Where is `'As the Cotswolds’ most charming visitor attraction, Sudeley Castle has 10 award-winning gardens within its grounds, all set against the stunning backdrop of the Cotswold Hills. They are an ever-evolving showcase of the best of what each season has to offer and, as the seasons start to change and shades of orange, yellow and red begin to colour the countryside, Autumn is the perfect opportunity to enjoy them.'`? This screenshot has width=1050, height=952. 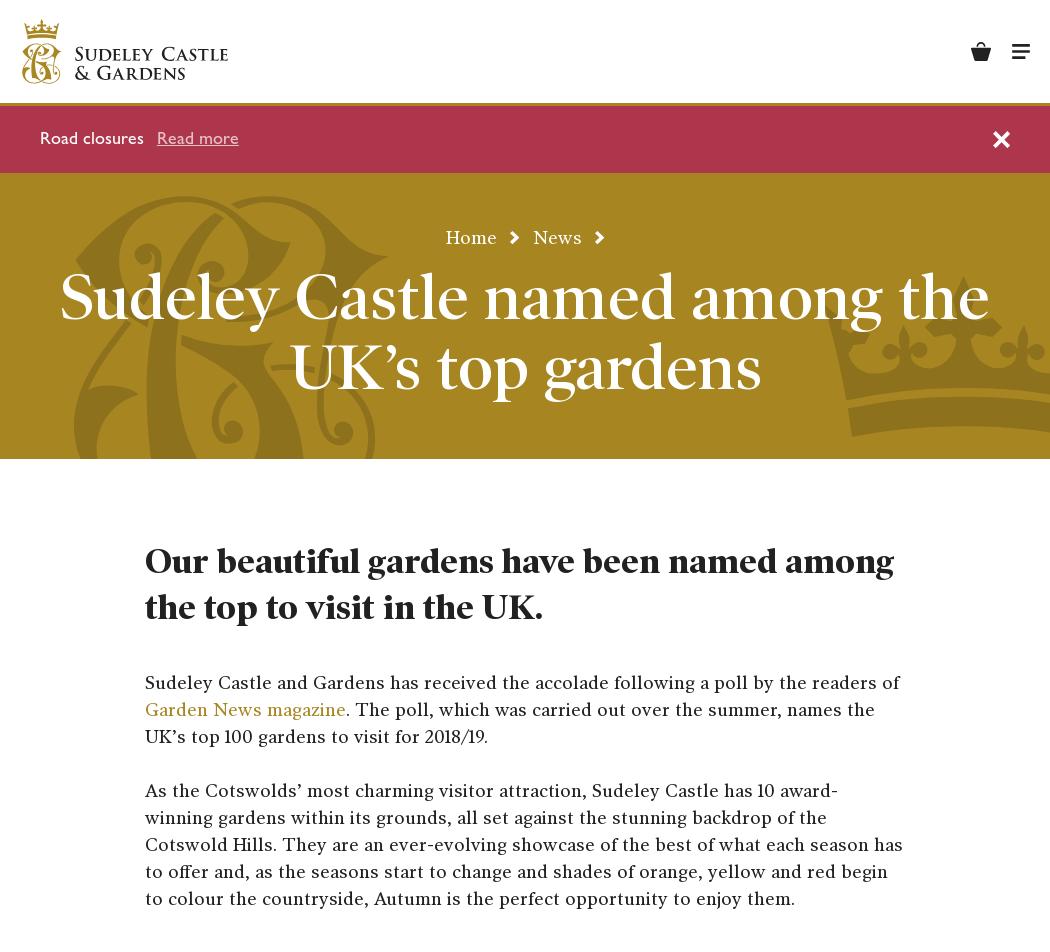
'As the Cotswolds’ most charming visitor attraction, Sudeley Castle has 10 award-winning gardens within its grounds, all set against the stunning backdrop of the Cotswold Hills. They are an ever-evolving showcase of the best of what each season has to offer and, as the seasons start to change and shades of orange, yellow and red begin to colour the countryside, Autumn is the perfect opportunity to enjoy them.' is located at coordinates (522, 844).